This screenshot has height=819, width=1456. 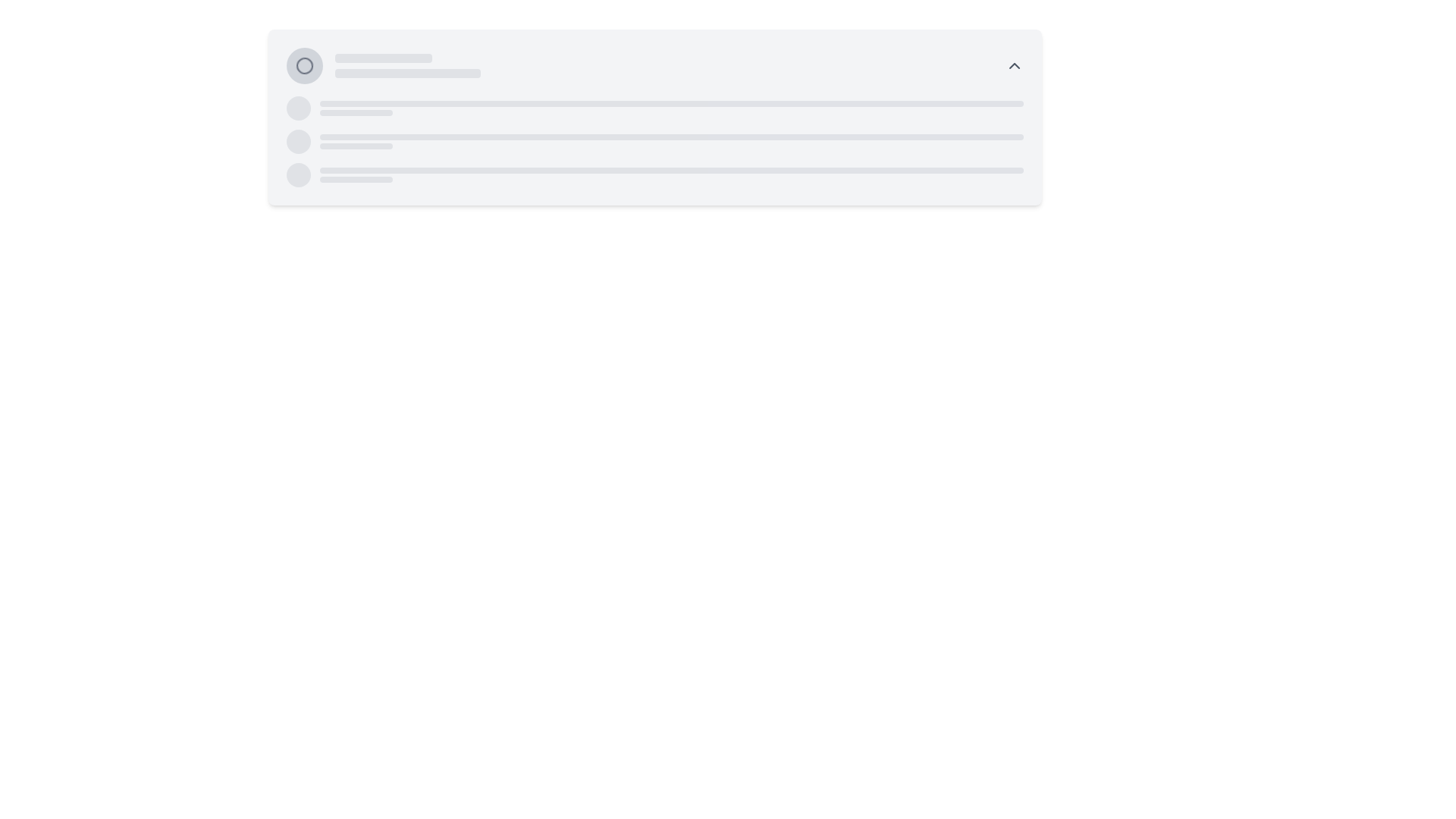 What do you see at coordinates (1015, 65) in the screenshot?
I see `the dropdown toggle icon located at the top-right of the main UI` at bounding box center [1015, 65].